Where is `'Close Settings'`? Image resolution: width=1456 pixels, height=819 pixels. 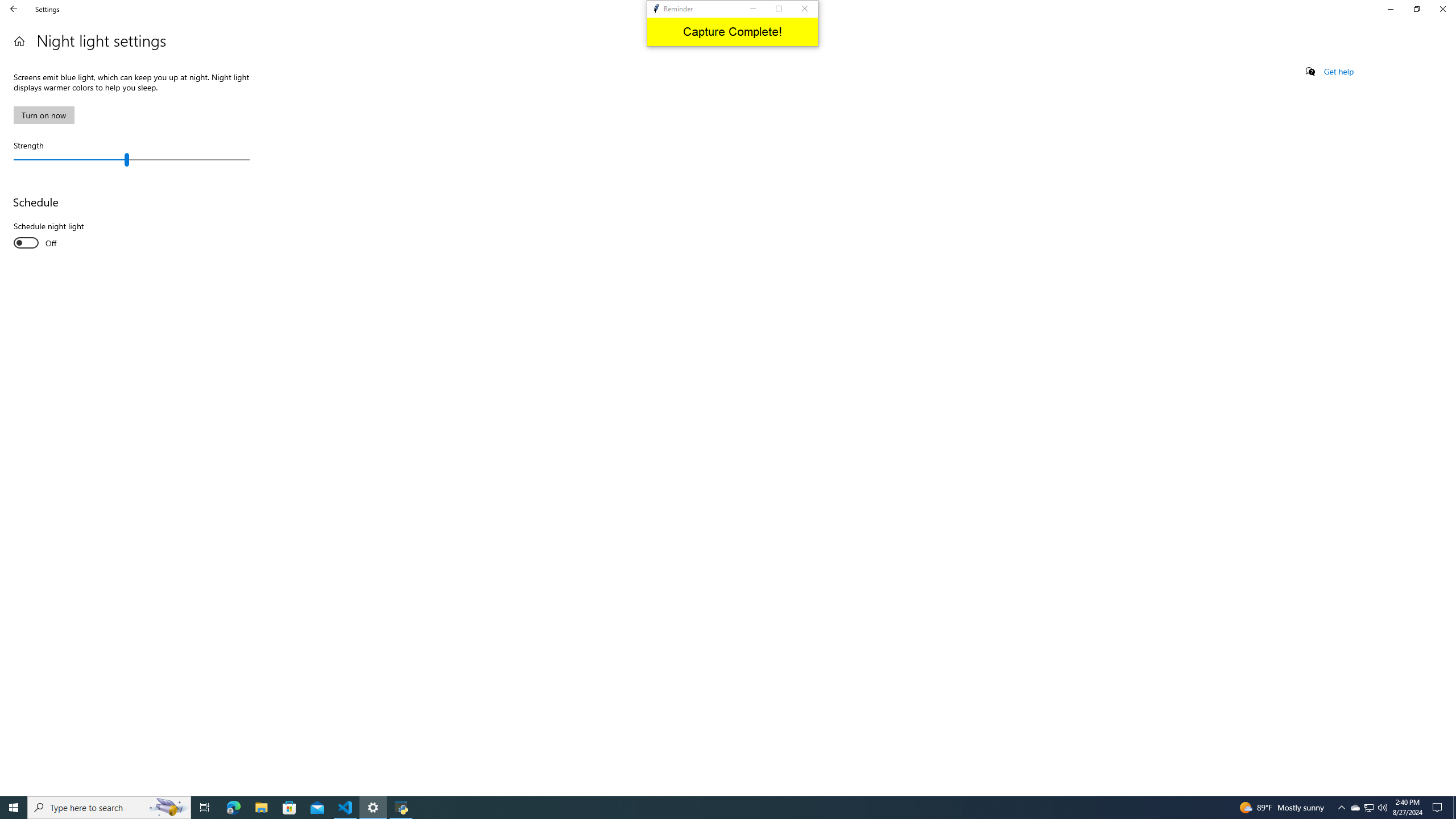
'Close Settings' is located at coordinates (1442, 9).